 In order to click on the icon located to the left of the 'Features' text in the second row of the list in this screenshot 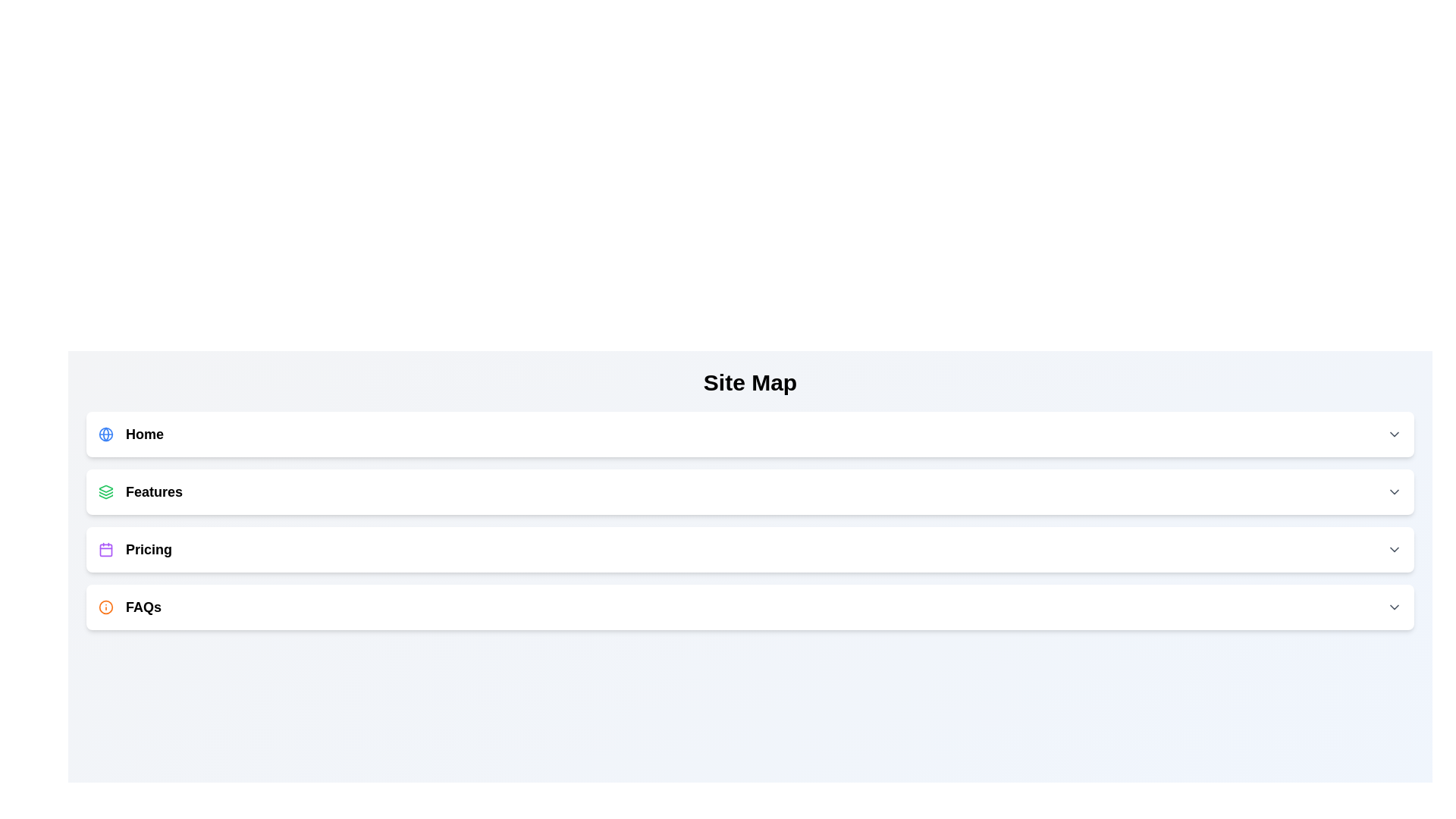, I will do `click(105, 491)`.